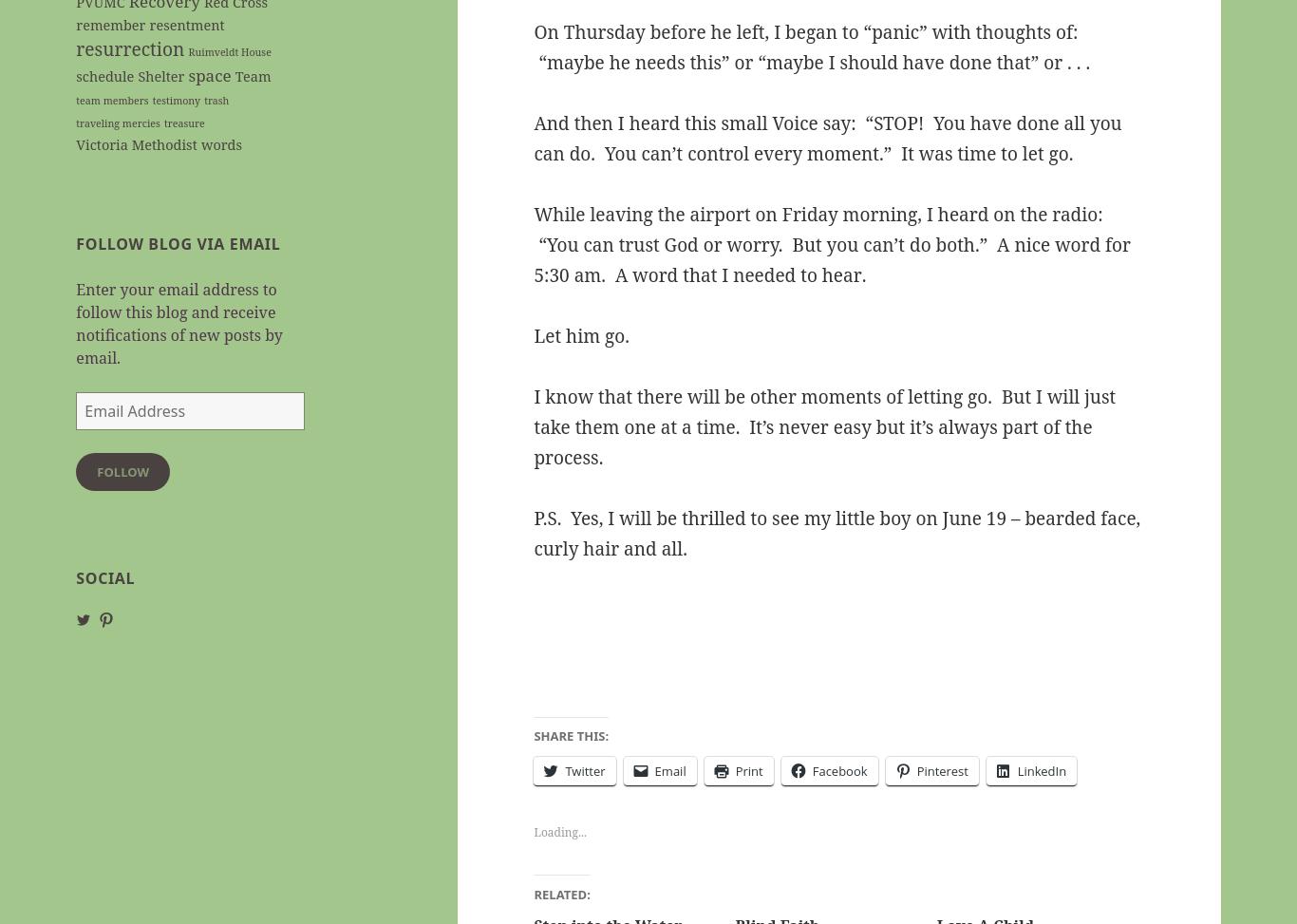 The width and height of the screenshot is (1297, 924). Describe the element at coordinates (104, 74) in the screenshot. I see `'schedule'` at that location.